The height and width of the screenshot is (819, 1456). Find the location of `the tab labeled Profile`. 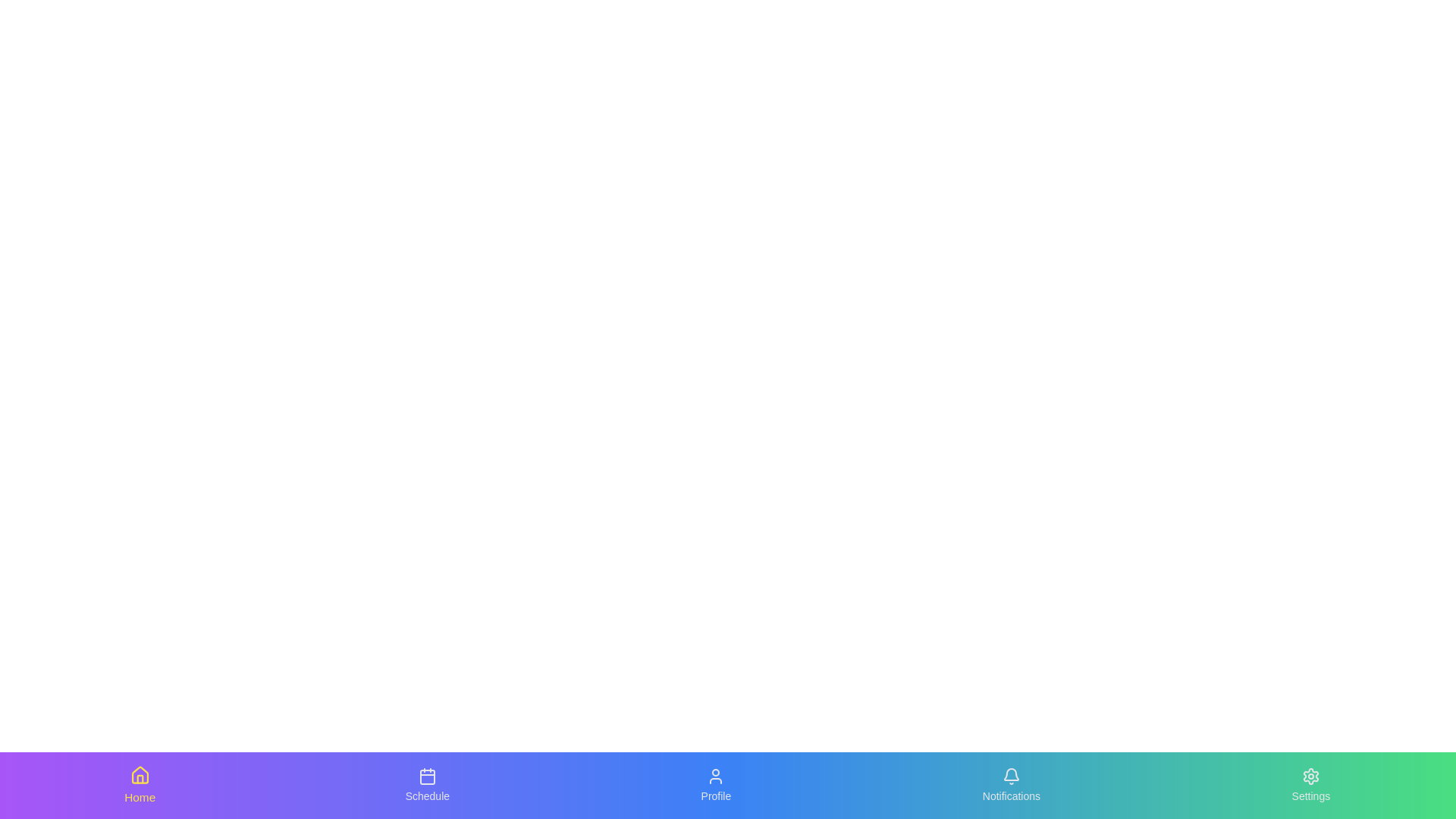

the tab labeled Profile is located at coordinates (715, 785).